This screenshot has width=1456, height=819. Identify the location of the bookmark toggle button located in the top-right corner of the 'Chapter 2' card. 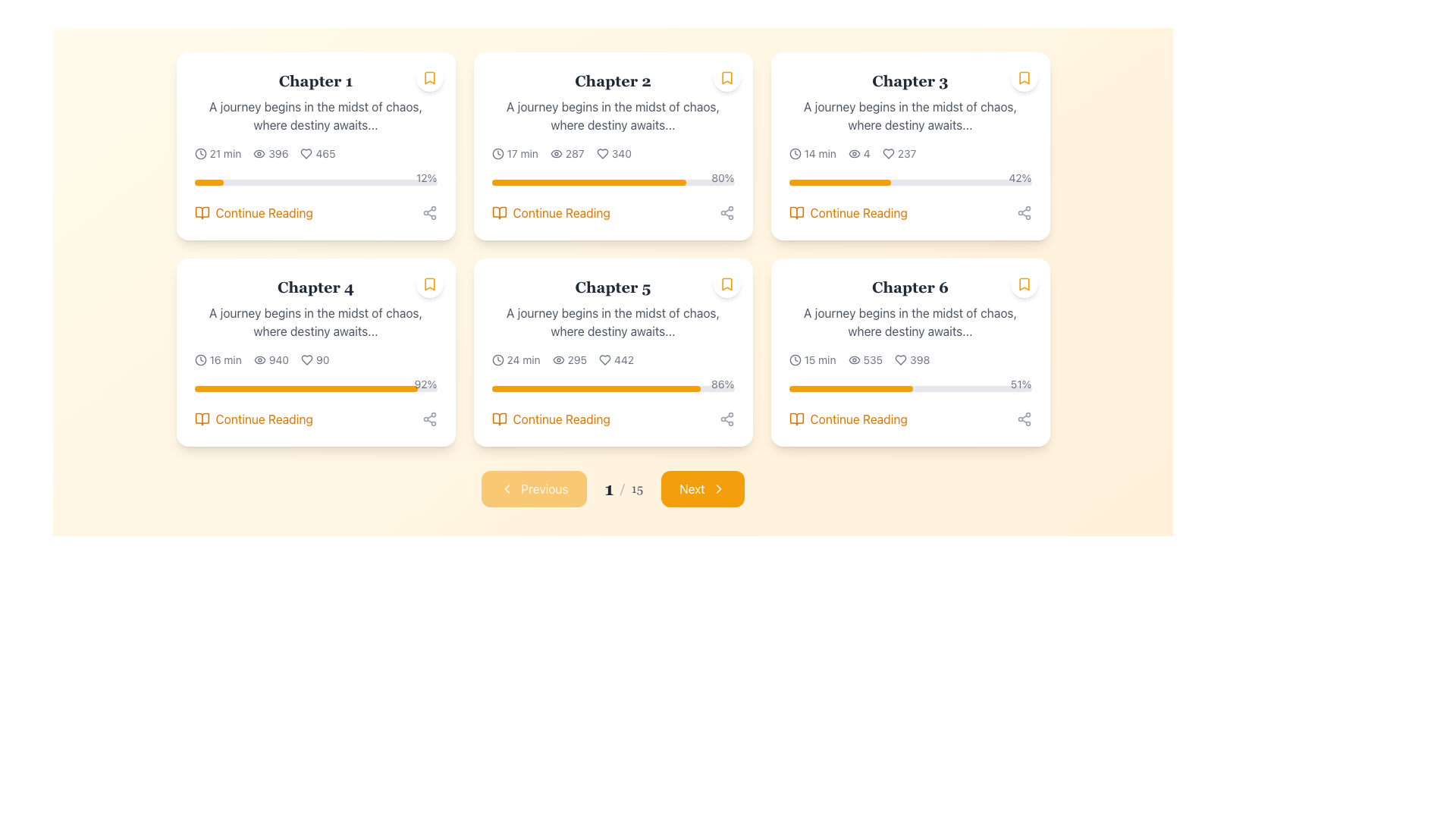
(726, 78).